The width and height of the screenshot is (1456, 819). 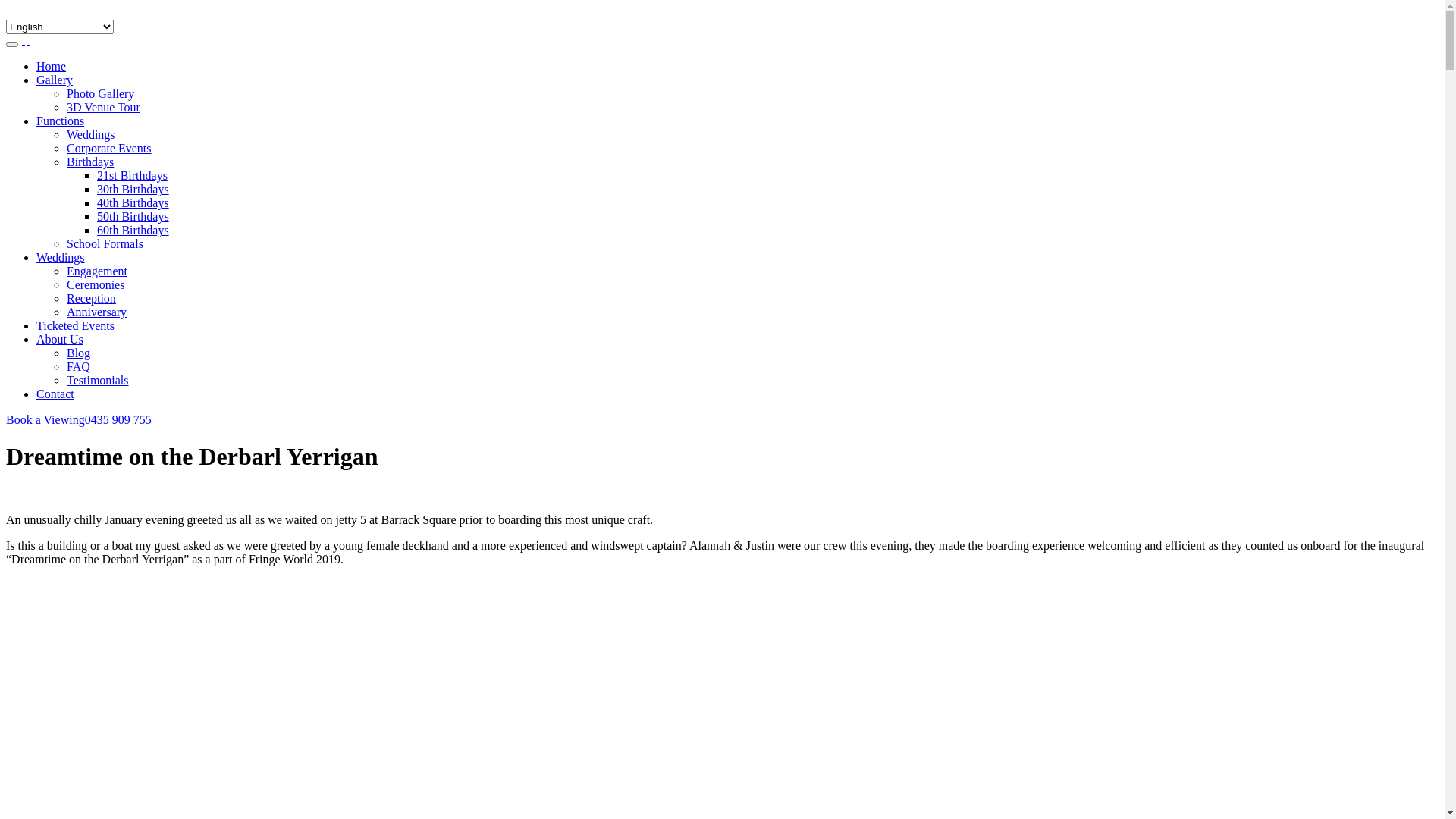 What do you see at coordinates (55, 393) in the screenshot?
I see `'Contact'` at bounding box center [55, 393].